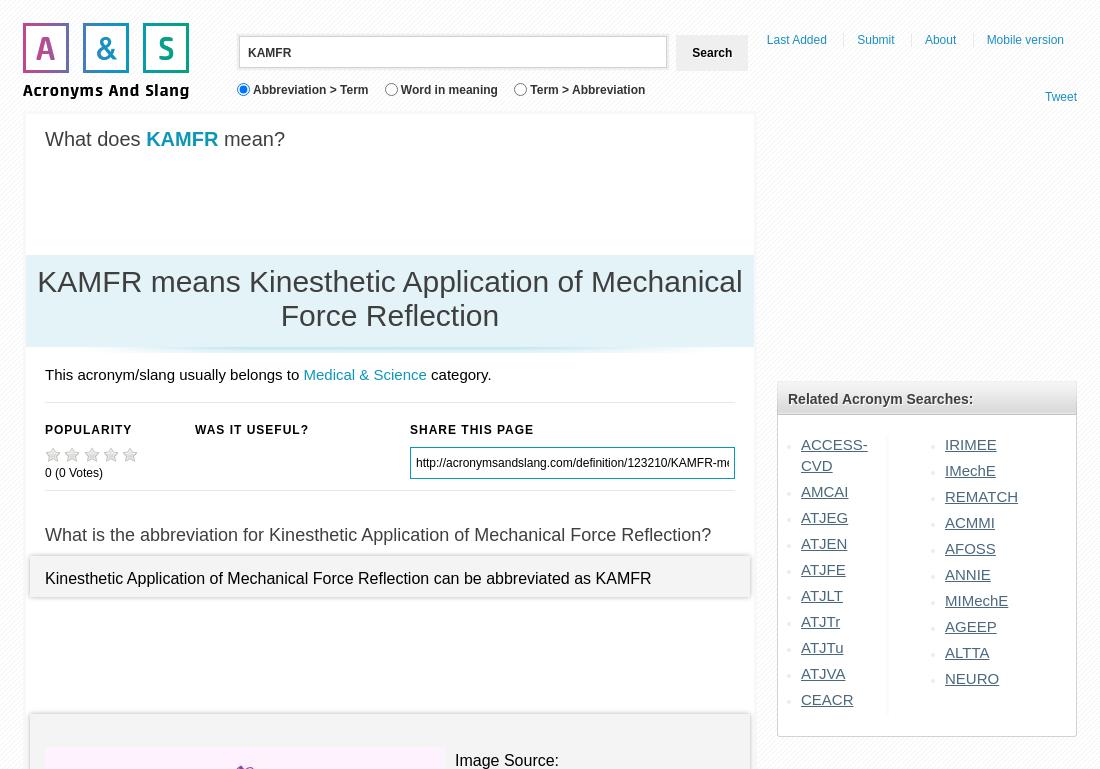  Describe the element at coordinates (795, 39) in the screenshot. I see `'Last Added'` at that location.